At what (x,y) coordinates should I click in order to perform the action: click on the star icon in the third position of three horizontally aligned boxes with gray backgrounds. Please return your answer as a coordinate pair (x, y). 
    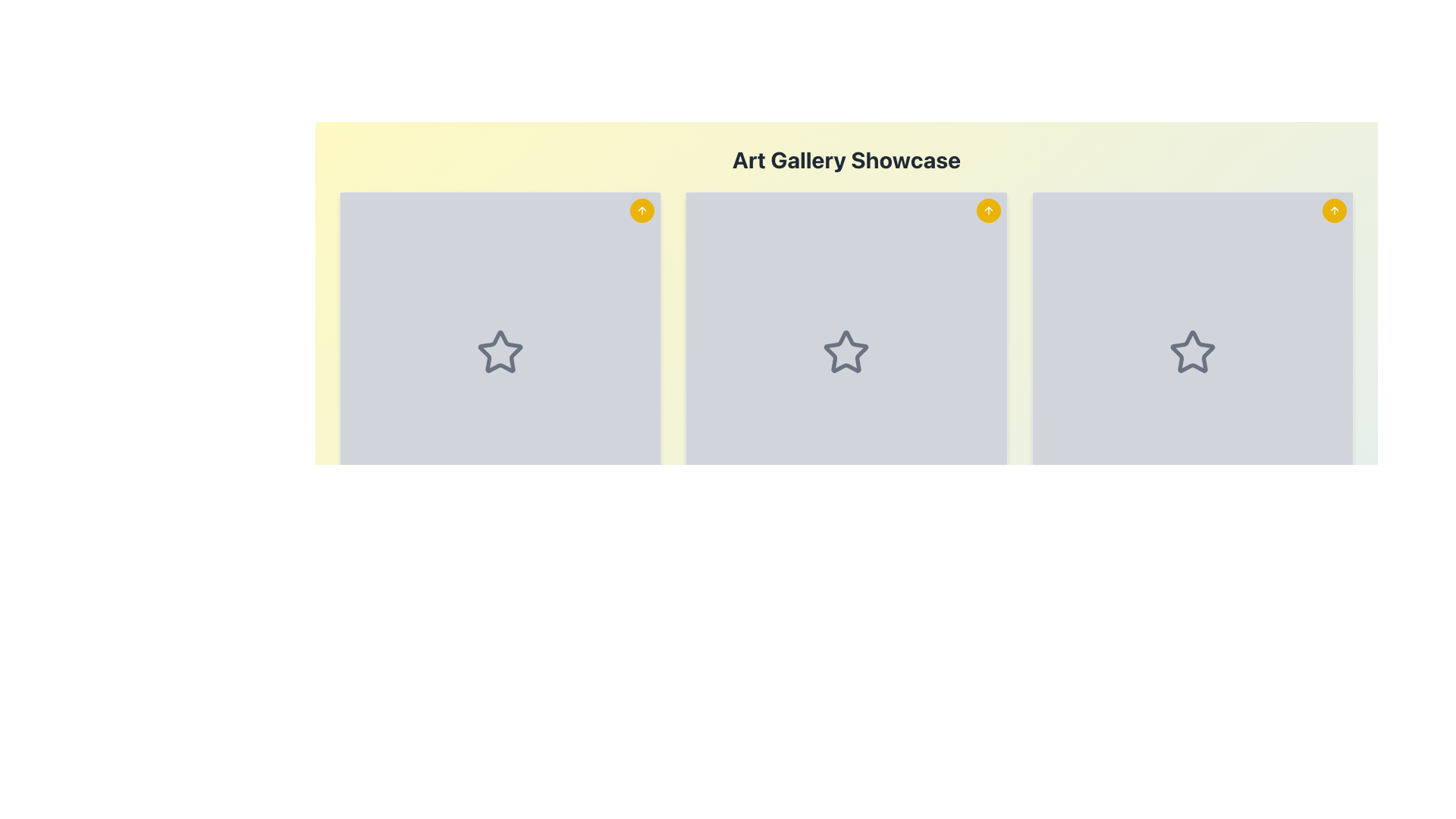
    Looking at the image, I should click on (1191, 353).